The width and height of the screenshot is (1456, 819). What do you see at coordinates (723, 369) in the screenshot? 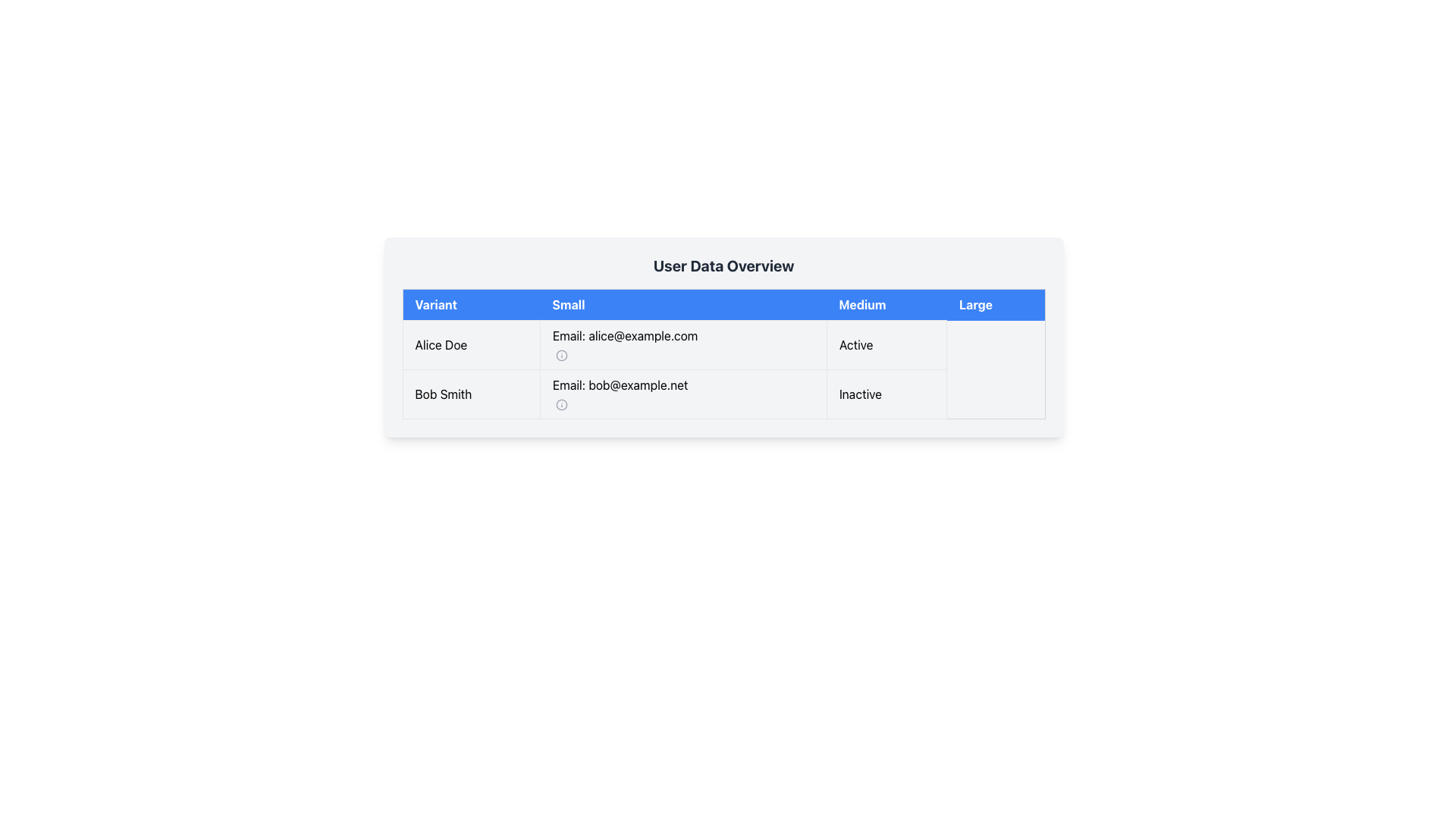
I see `the empty table cell in the second row of the 'Medium' column, which is part of the user information table for Bob Smith` at bounding box center [723, 369].